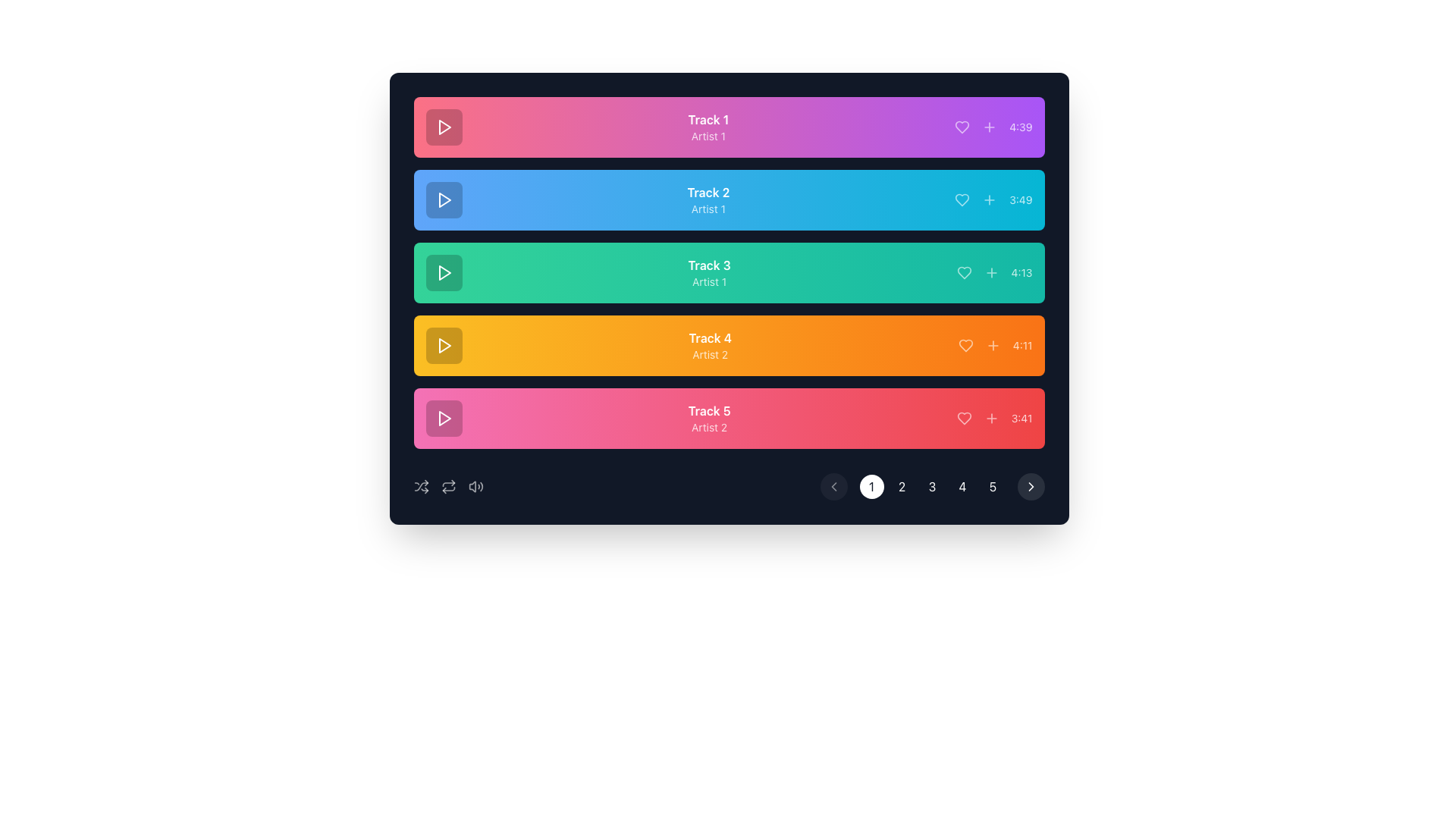 This screenshot has height=819, width=1456. What do you see at coordinates (443, 199) in the screenshot?
I see `the triangular play icon button located in the second row of the track list to initiate playback` at bounding box center [443, 199].